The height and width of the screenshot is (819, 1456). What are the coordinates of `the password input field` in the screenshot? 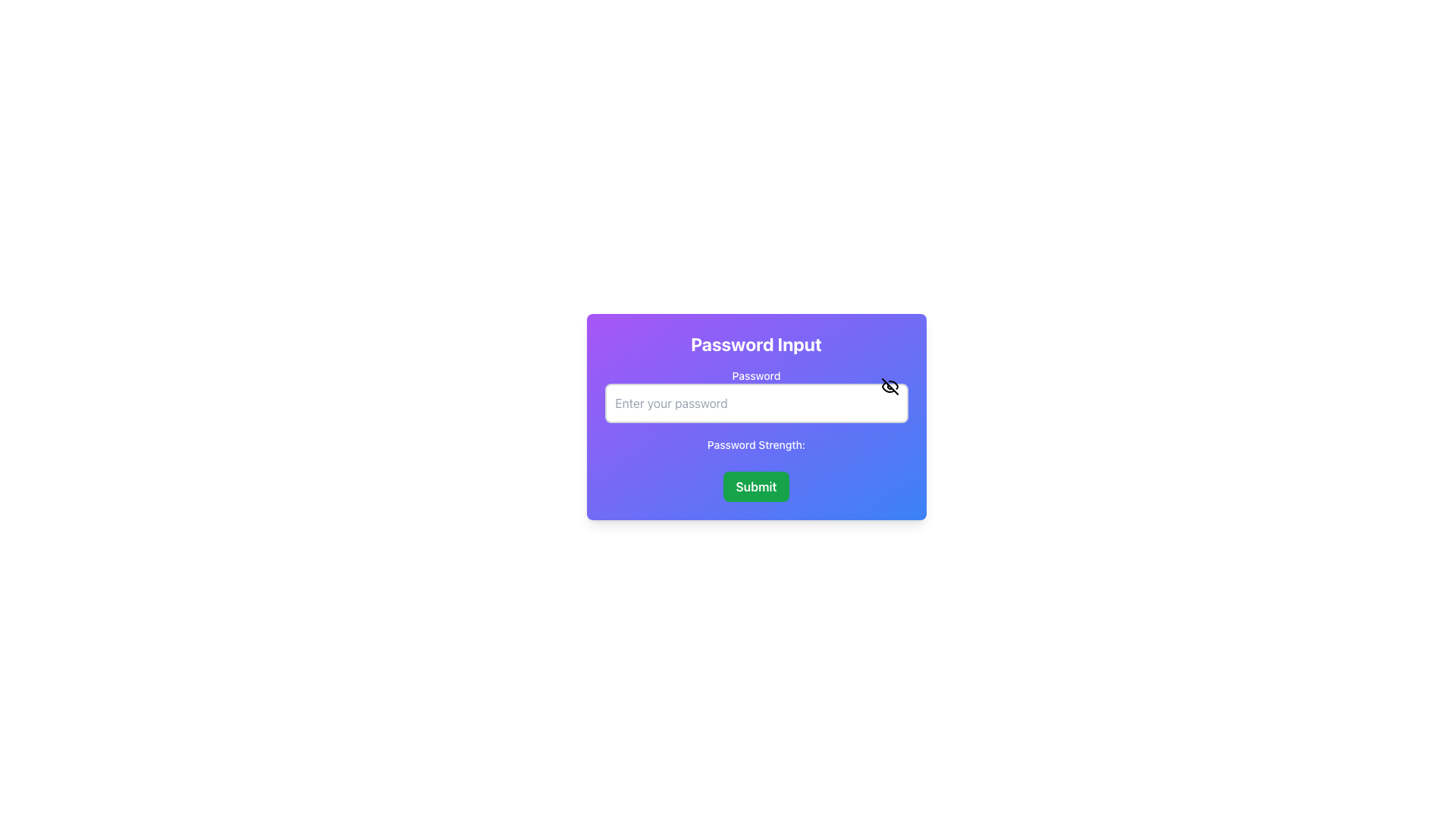 It's located at (756, 403).